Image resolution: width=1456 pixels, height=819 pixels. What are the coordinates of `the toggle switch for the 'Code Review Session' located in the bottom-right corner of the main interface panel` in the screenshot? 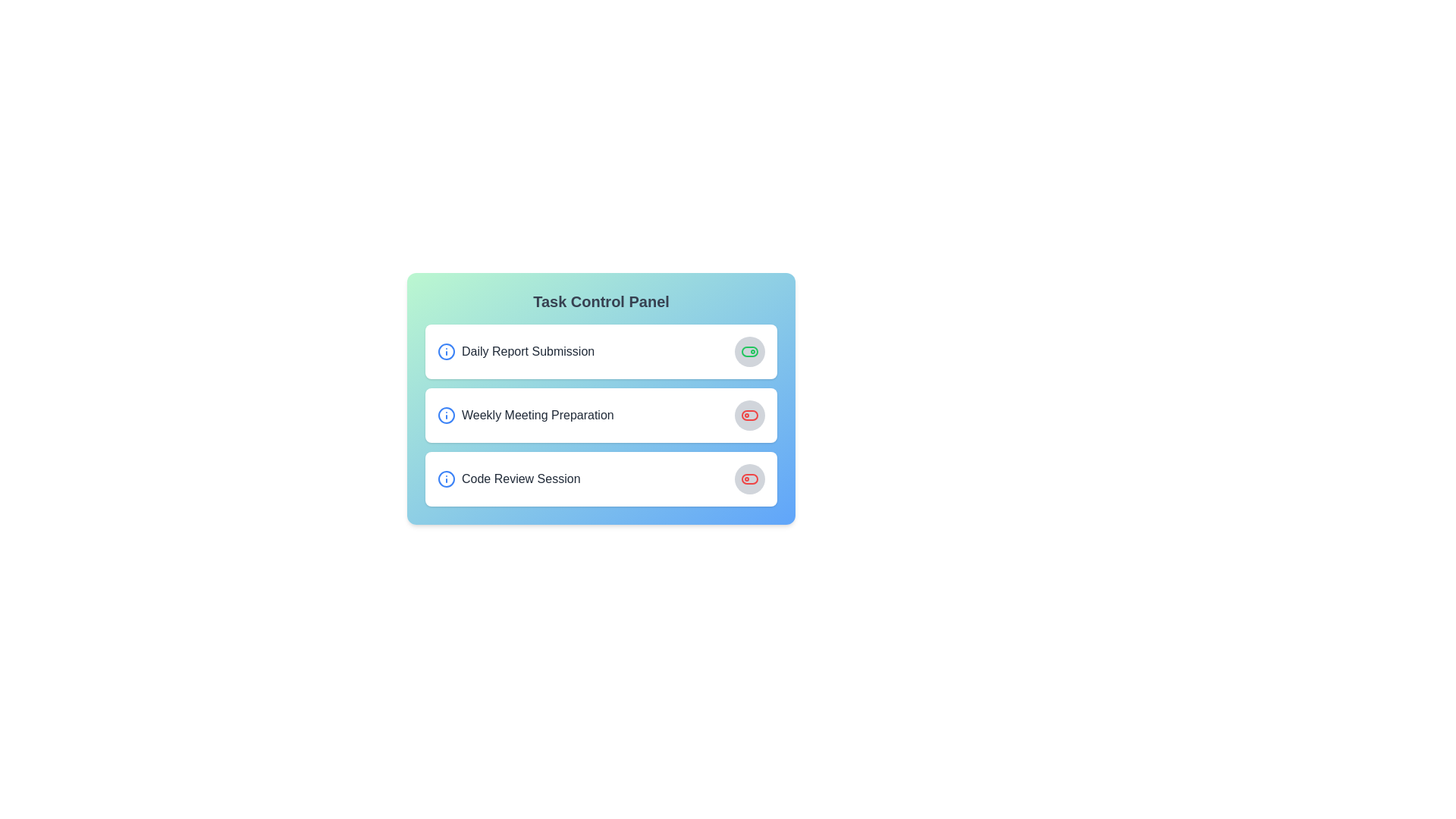 It's located at (749, 479).